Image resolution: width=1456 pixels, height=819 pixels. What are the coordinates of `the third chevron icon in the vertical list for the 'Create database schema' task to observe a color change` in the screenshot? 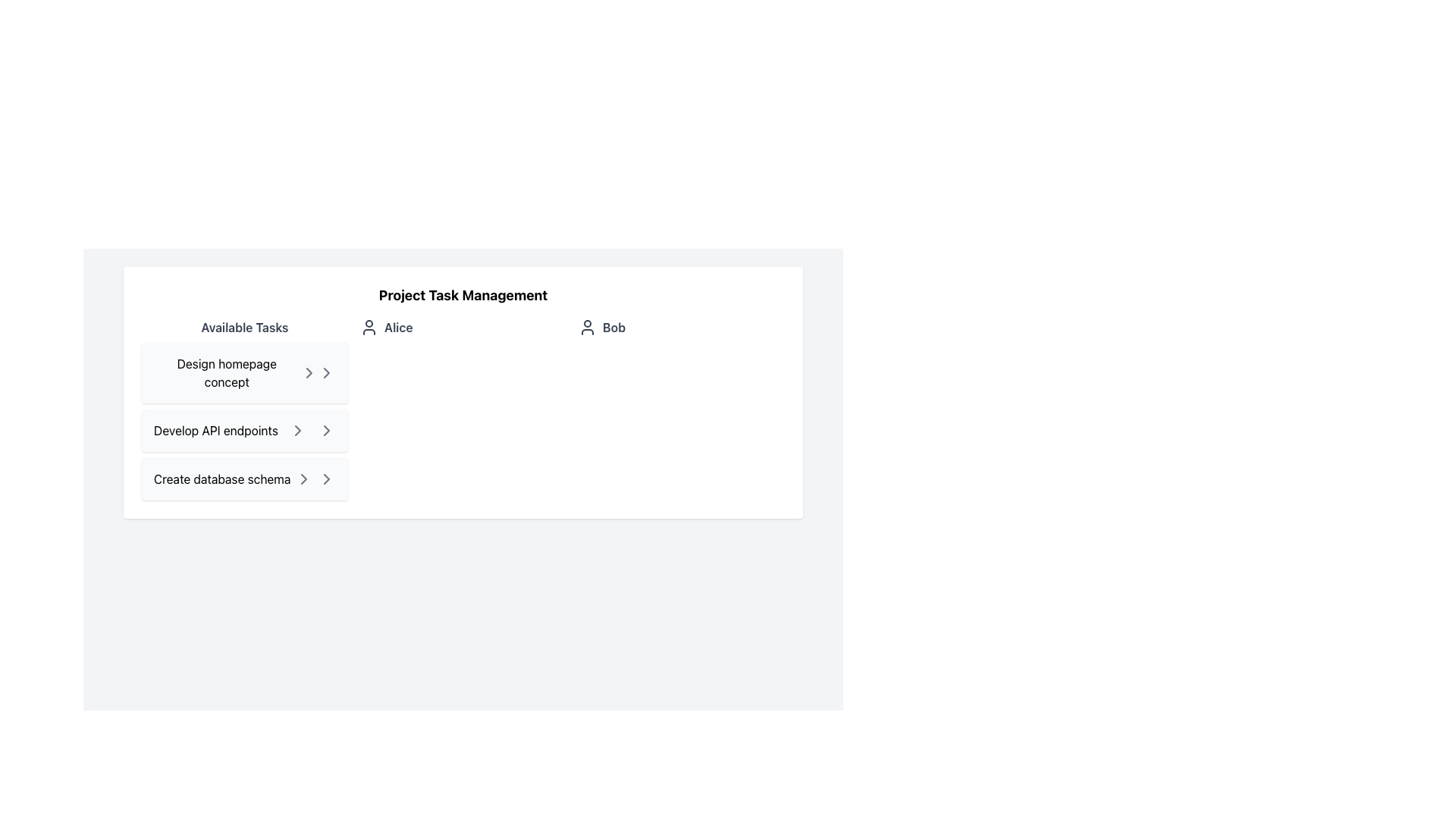 It's located at (326, 479).